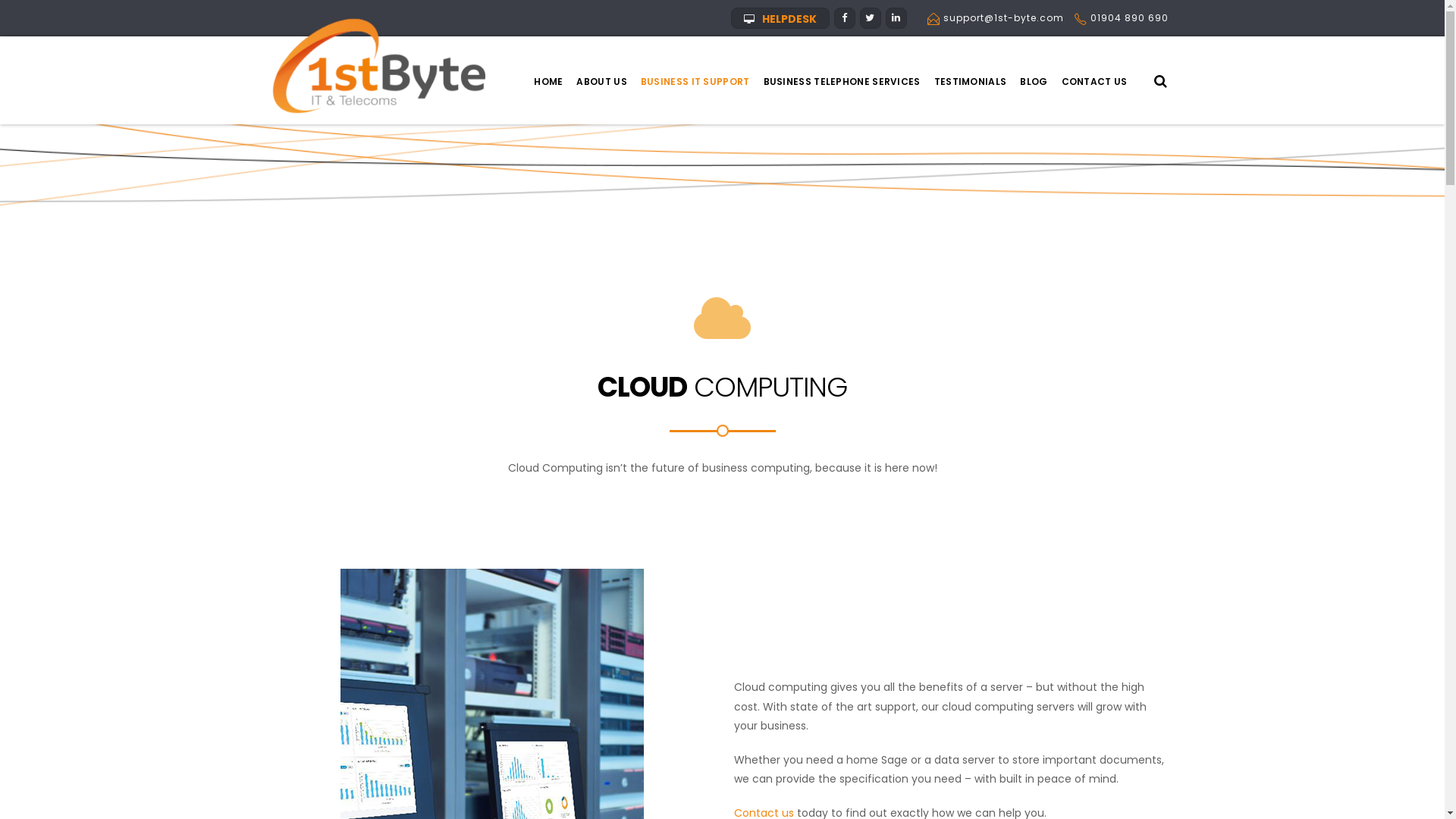 The height and width of the screenshot is (819, 1456). I want to click on 'TESTIMONIALS', so click(971, 82).